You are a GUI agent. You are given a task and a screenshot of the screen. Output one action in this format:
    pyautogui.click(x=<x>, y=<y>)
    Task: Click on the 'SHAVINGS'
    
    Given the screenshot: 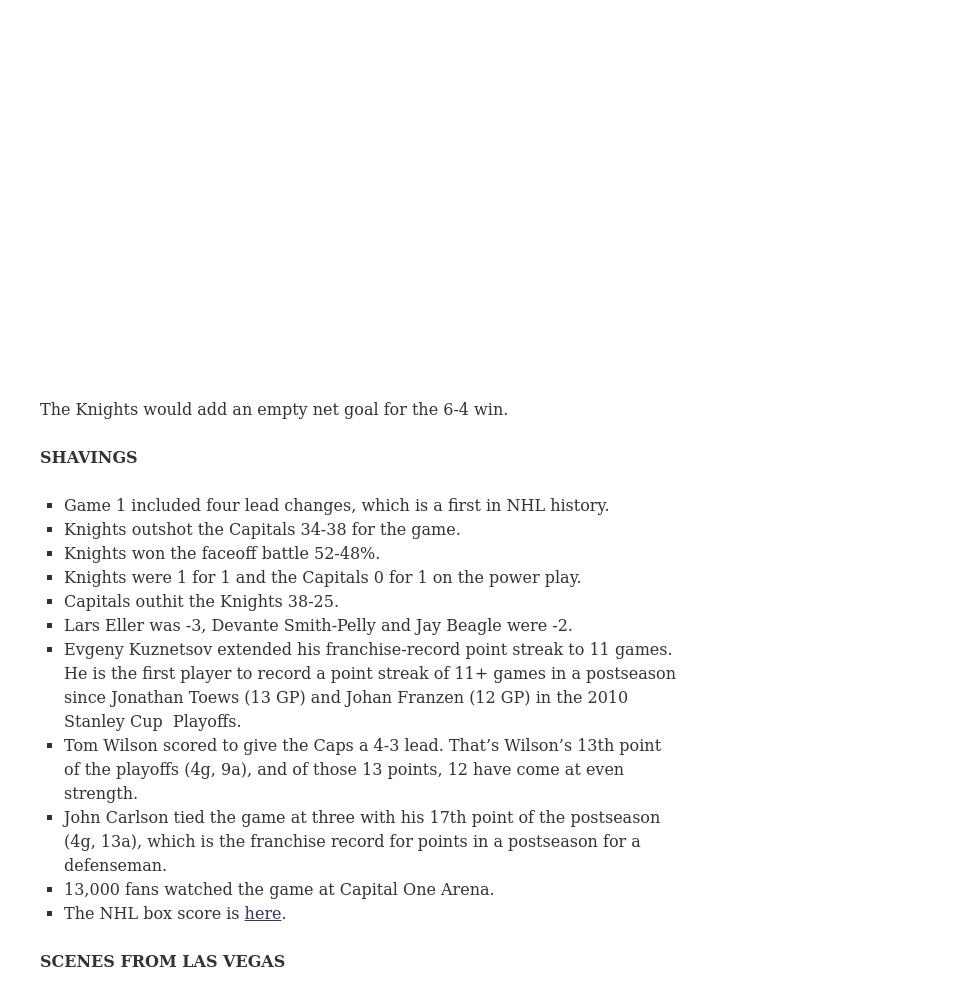 What is the action you would take?
    pyautogui.click(x=88, y=457)
    